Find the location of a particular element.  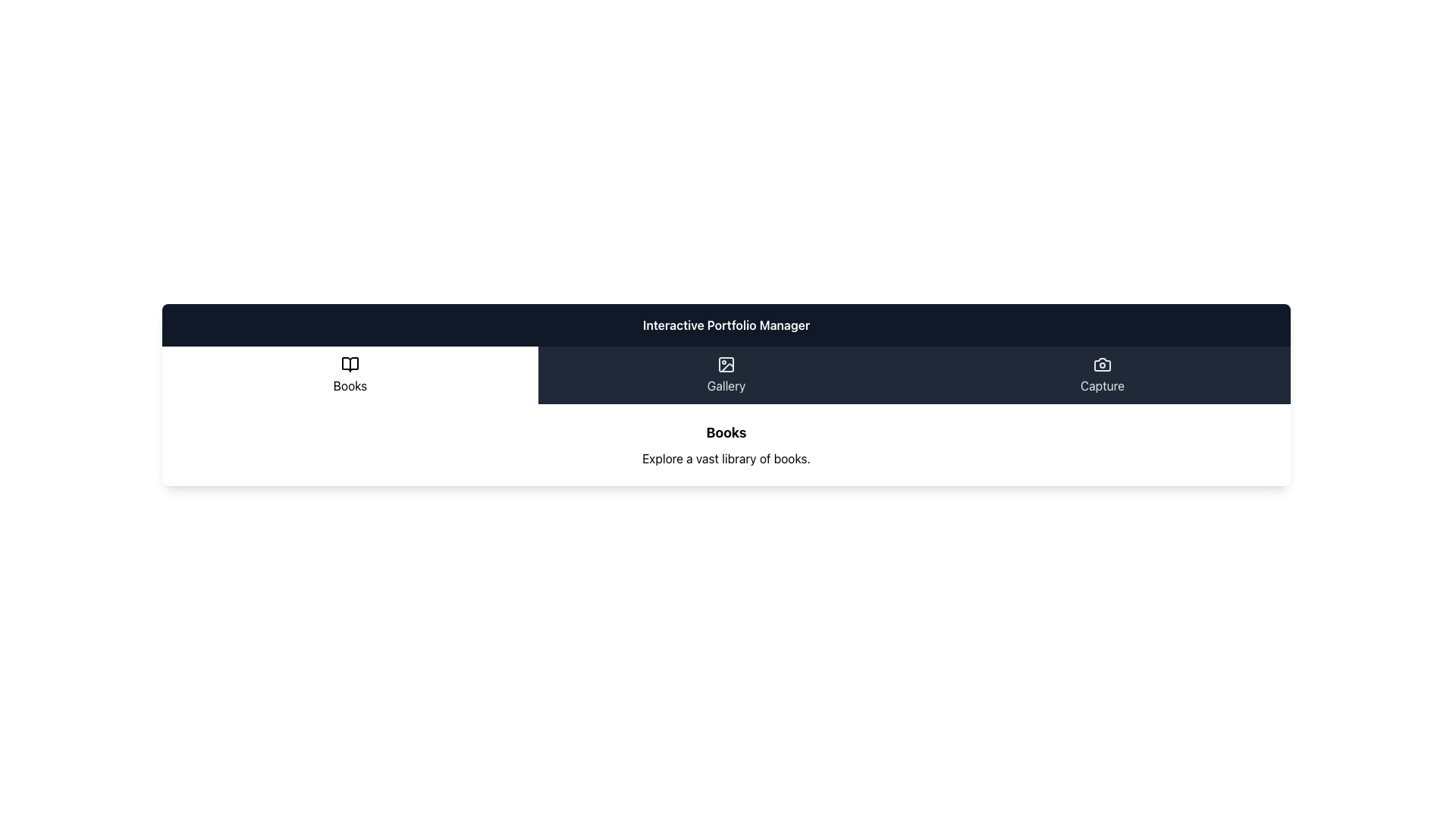

the 'Gallery' label, which is centrally located beneath an image icon and surrounded by similar components is located at coordinates (726, 385).